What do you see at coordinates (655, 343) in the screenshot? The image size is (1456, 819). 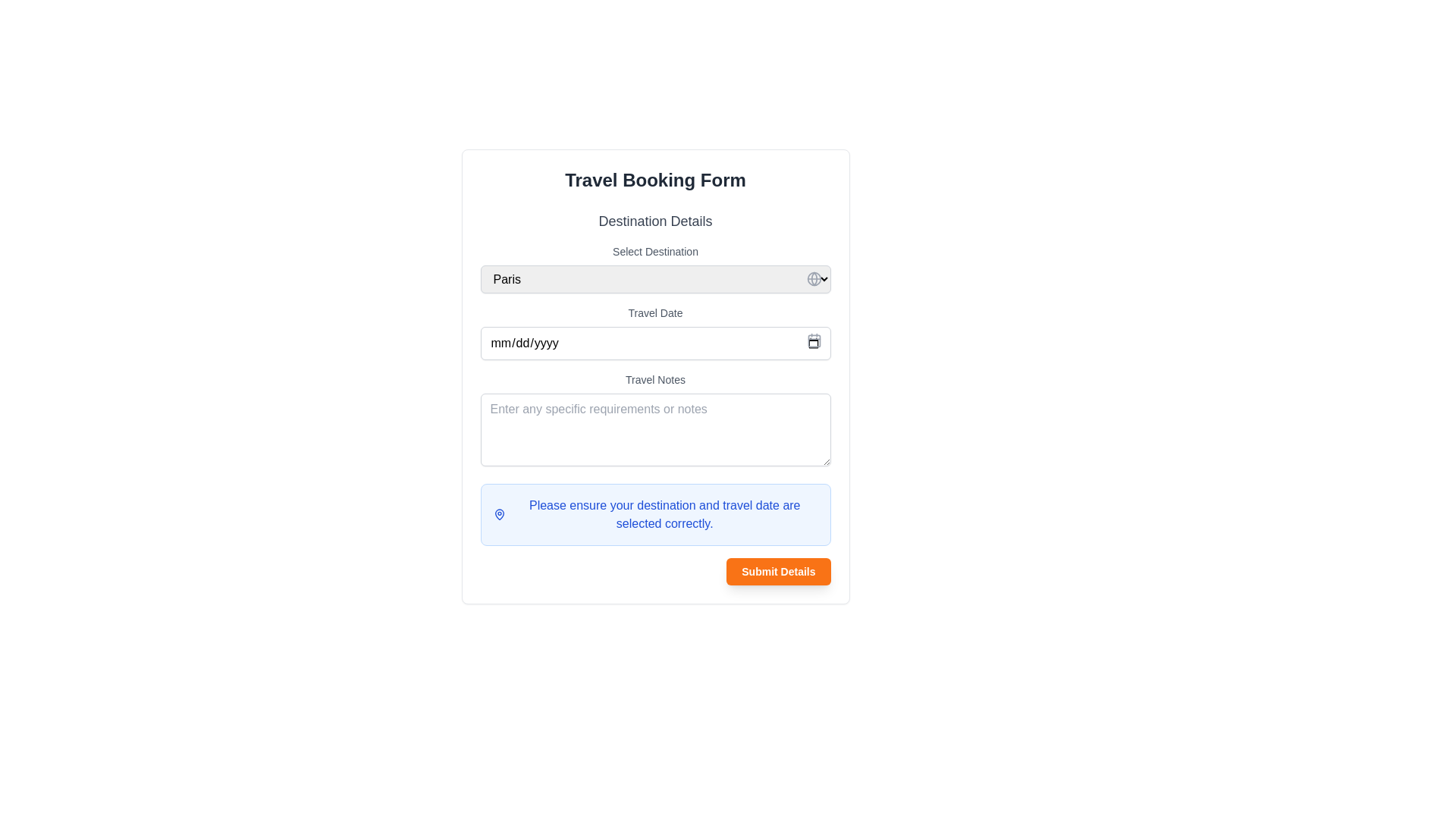 I see `the calendar icon located in the Date input field under the 'Travel Date' heading` at bounding box center [655, 343].